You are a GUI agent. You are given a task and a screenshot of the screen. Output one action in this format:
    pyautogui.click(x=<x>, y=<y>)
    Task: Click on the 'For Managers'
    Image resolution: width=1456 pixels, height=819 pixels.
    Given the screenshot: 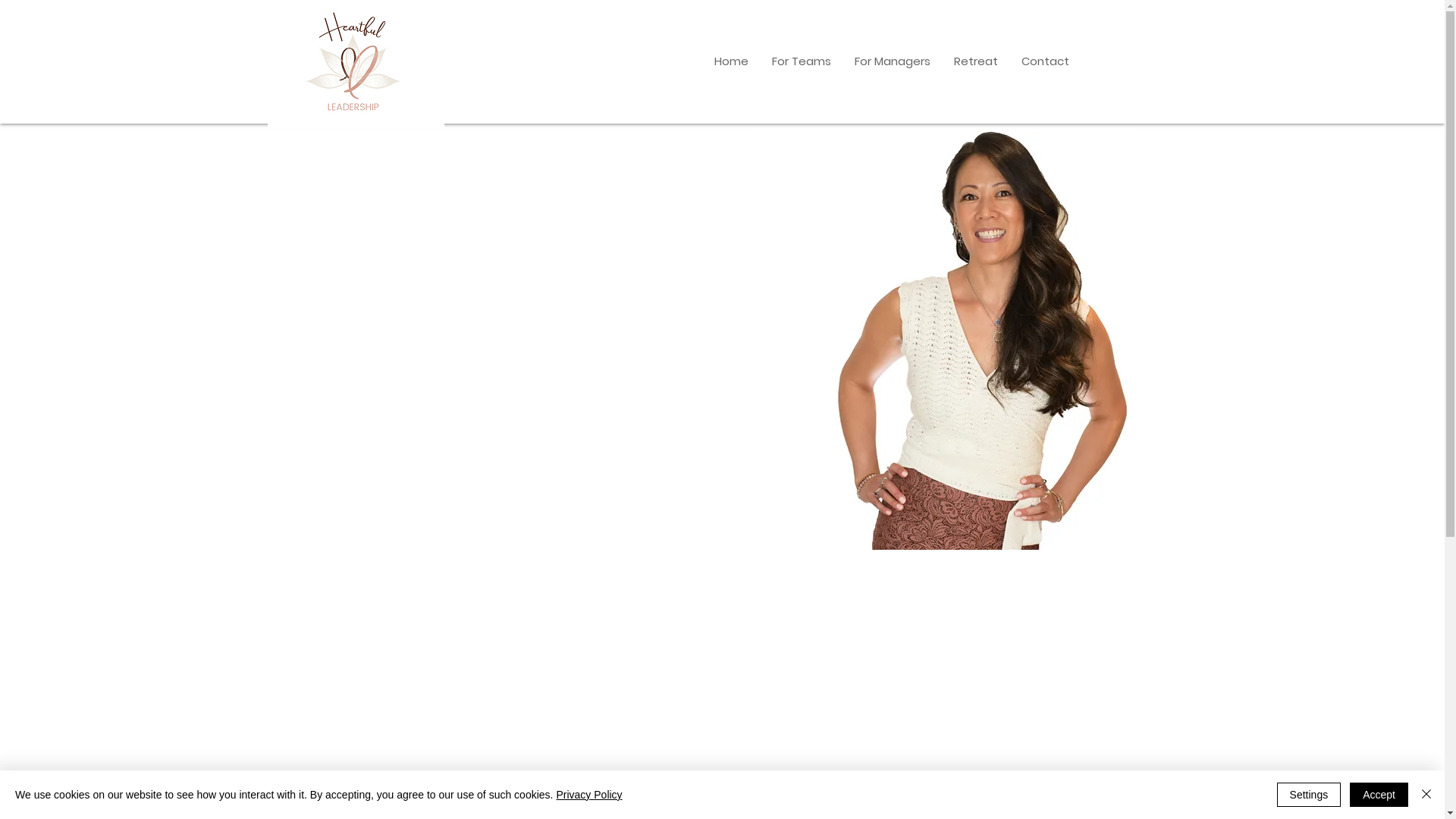 What is the action you would take?
    pyautogui.click(x=840, y=61)
    